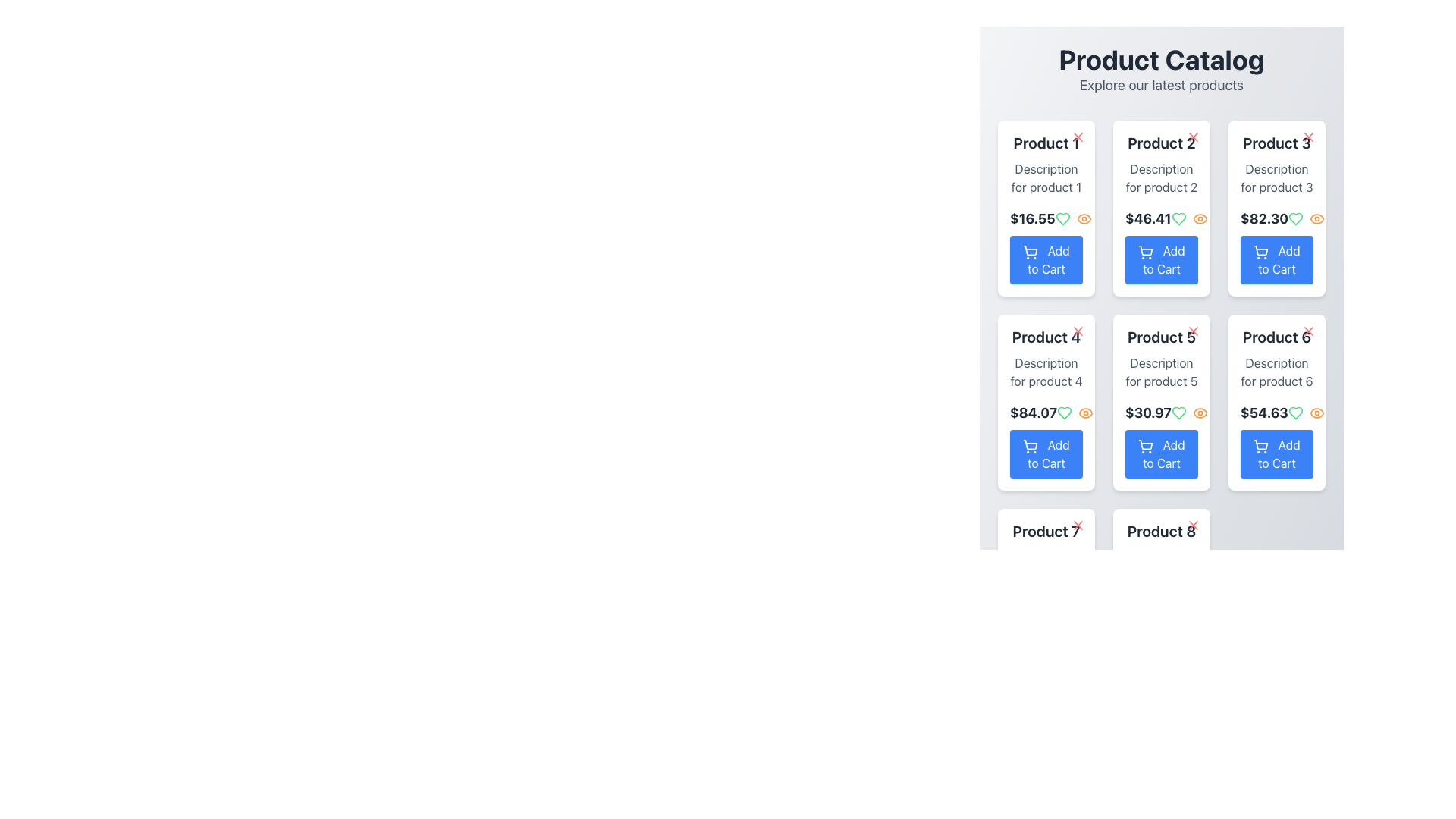 This screenshot has height=819, width=1456. What do you see at coordinates (1046, 177) in the screenshot?
I see `the non-editable text field displaying 'Description for product 1' in gray color, located within the product card for 'Product 1'` at bounding box center [1046, 177].